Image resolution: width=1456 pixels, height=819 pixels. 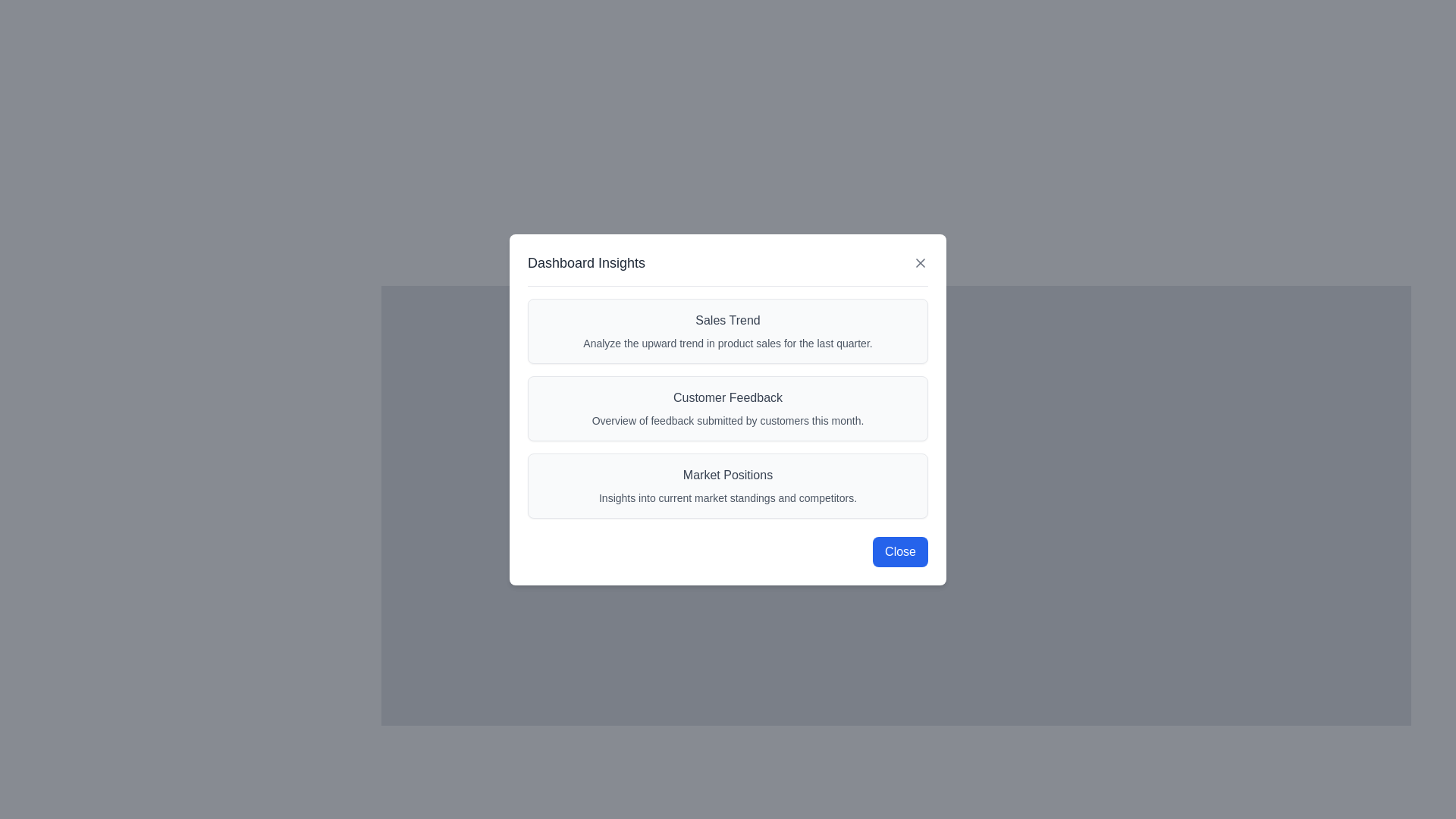 What do you see at coordinates (900, 551) in the screenshot?
I see `the 'Close' button located at the bottom-right corner of the modal` at bounding box center [900, 551].